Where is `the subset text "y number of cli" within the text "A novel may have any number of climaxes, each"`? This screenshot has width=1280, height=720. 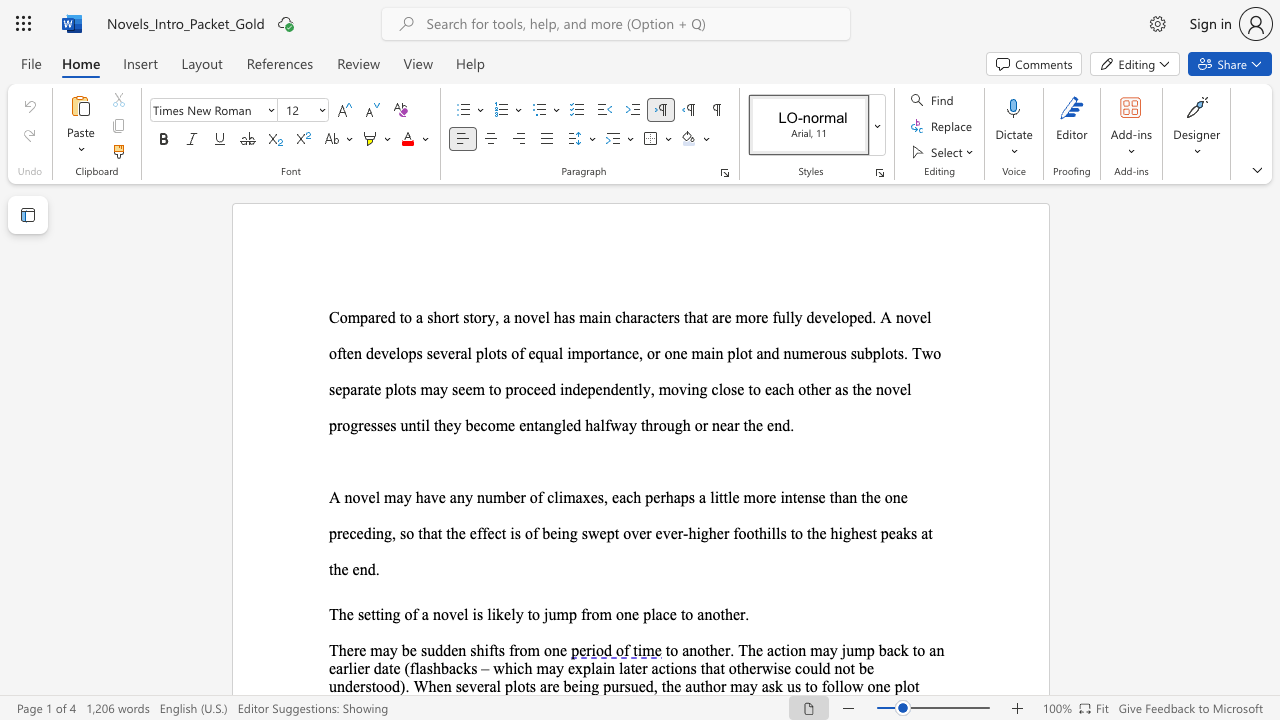 the subset text "y number of cli" within the text "A novel may have any number of climaxes, each" is located at coordinates (463, 496).